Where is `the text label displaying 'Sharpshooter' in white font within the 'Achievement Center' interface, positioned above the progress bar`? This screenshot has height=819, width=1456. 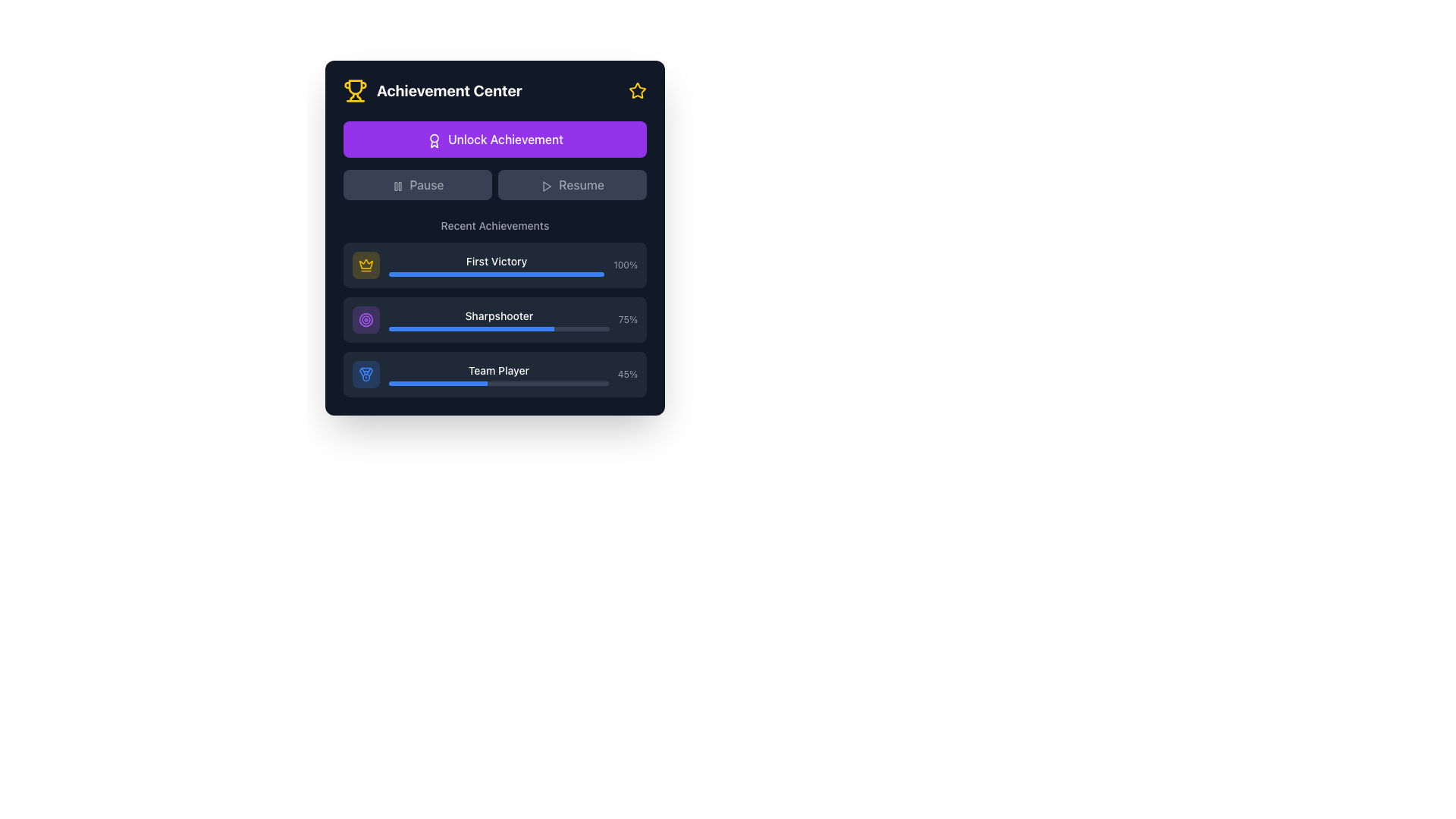 the text label displaying 'Sharpshooter' in white font within the 'Achievement Center' interface, positioned above the progress bar is located at coordinates (499, 315).